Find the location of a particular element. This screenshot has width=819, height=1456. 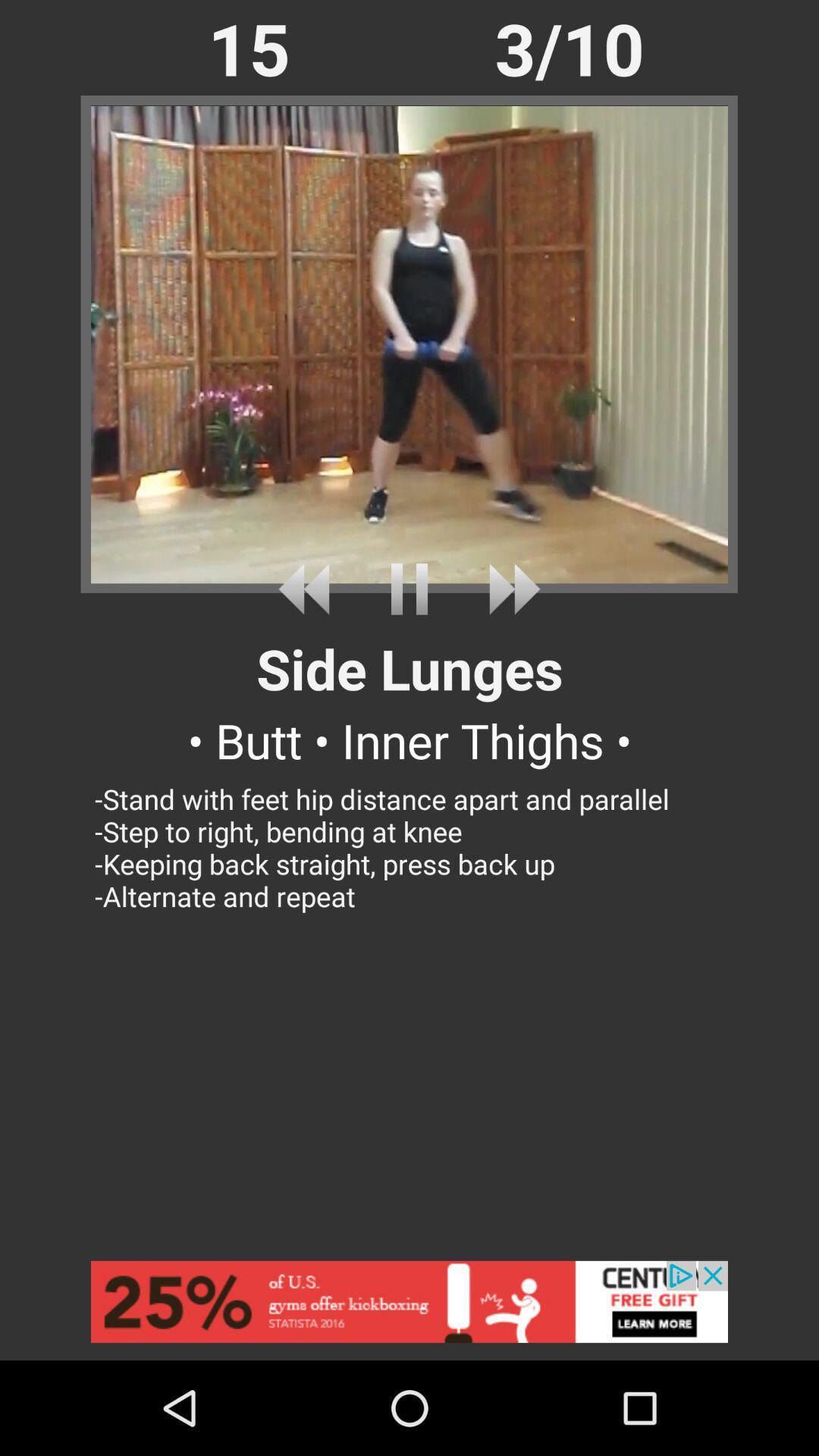

it is to preview the vedio or to open the previews vedio is located at coordinates (309, 588).